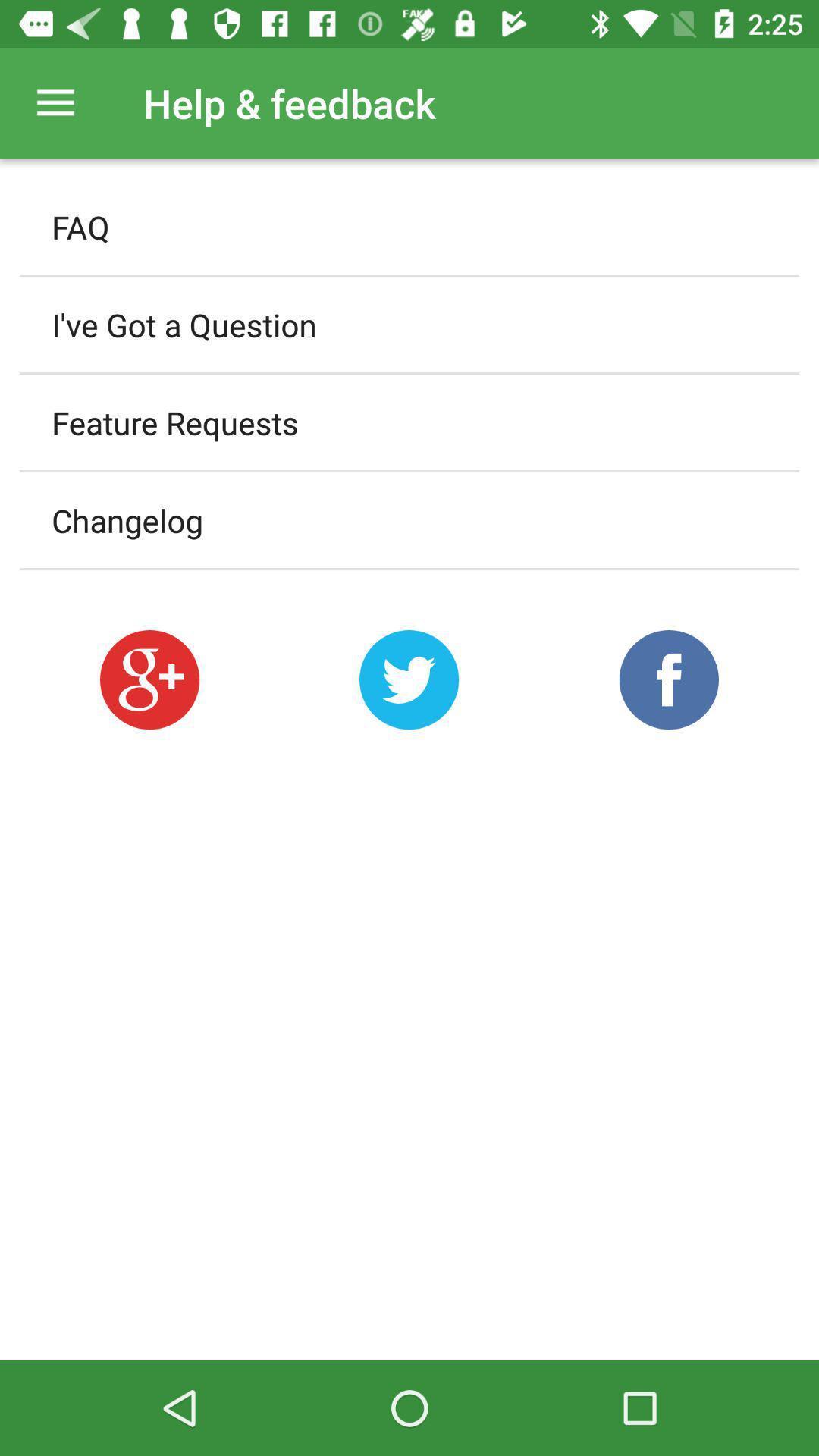  What do you see at coordinates (149, 679) in the screenshot?
I see `share on google plus` at bounding box center [149, 679].